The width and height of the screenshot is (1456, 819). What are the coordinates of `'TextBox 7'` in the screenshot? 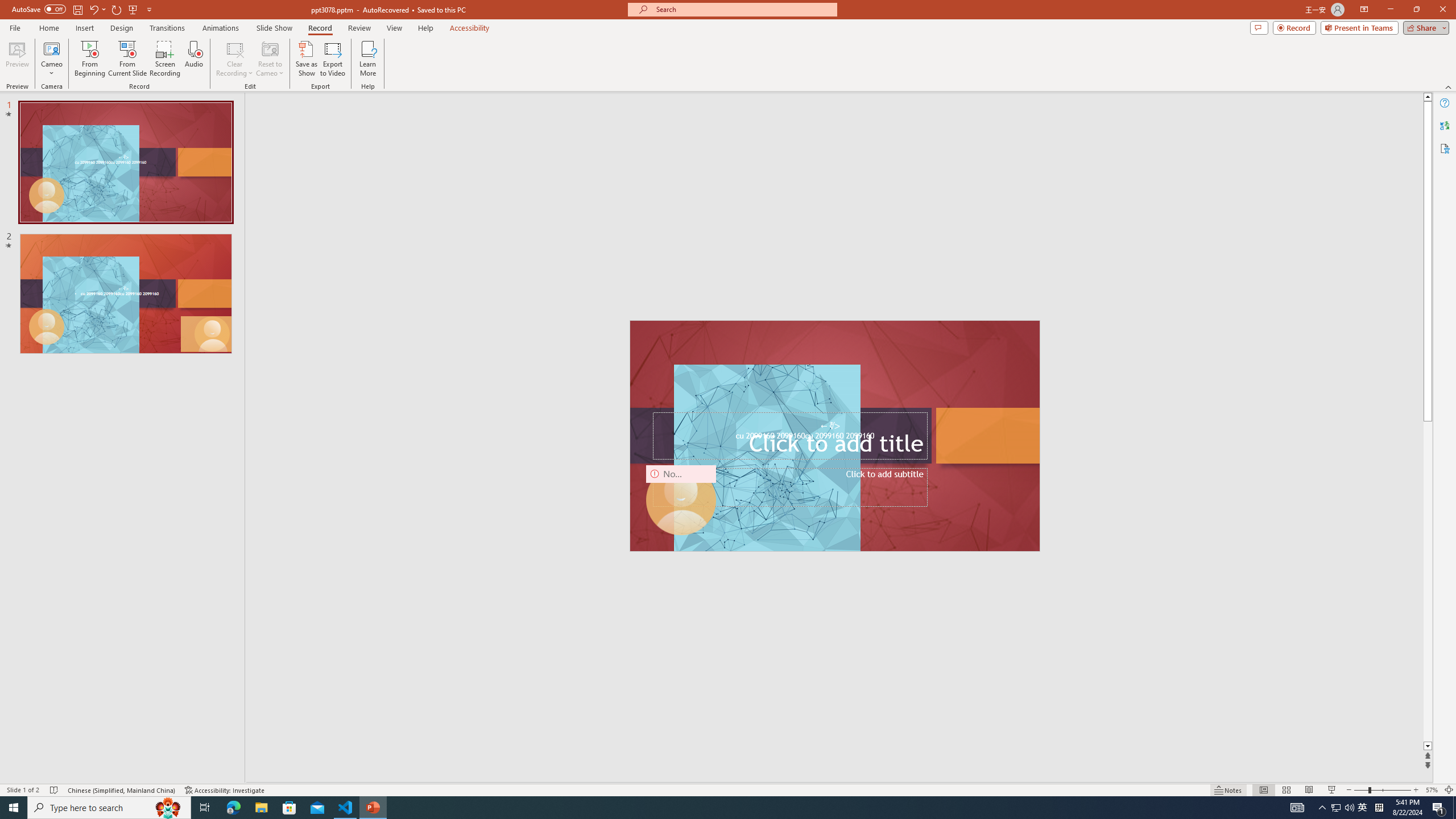 It's located at (830, 425).